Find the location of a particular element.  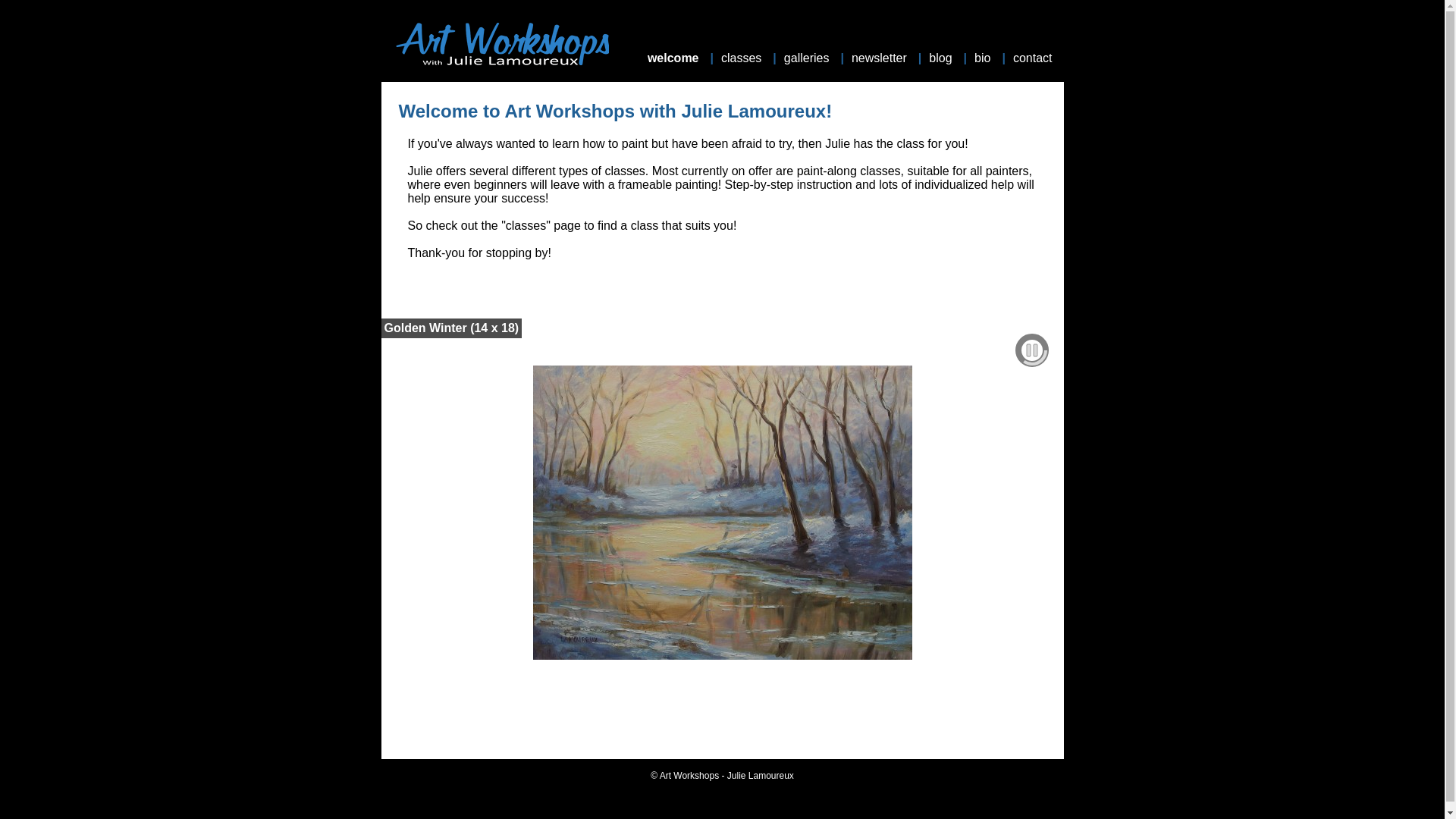

'welcome' is located at coordinates (674, 58).